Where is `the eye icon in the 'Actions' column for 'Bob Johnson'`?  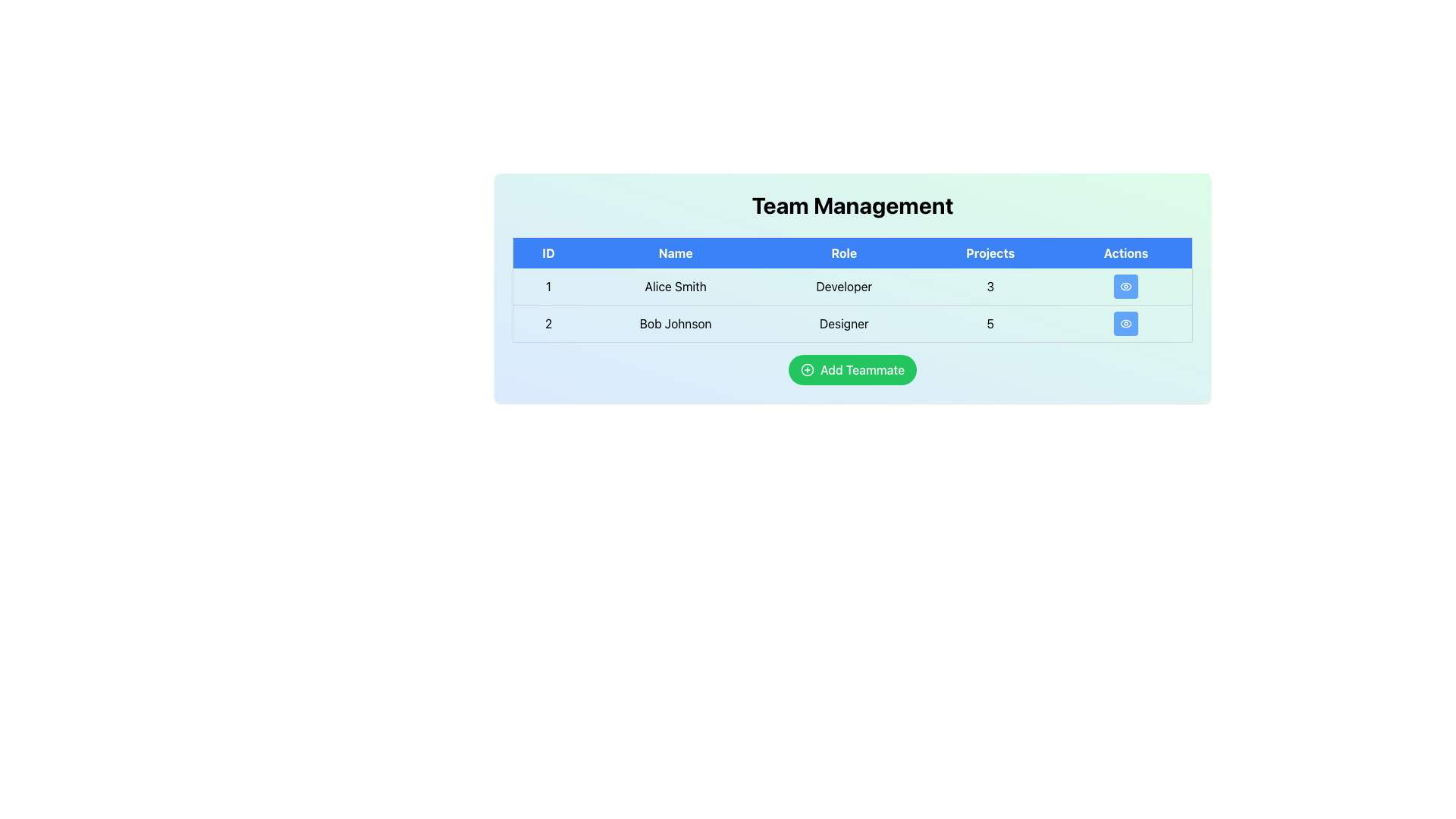 the eye icon in the 'Actions' column for 'Bob Johnson' is located at coordinates (1126, 287).